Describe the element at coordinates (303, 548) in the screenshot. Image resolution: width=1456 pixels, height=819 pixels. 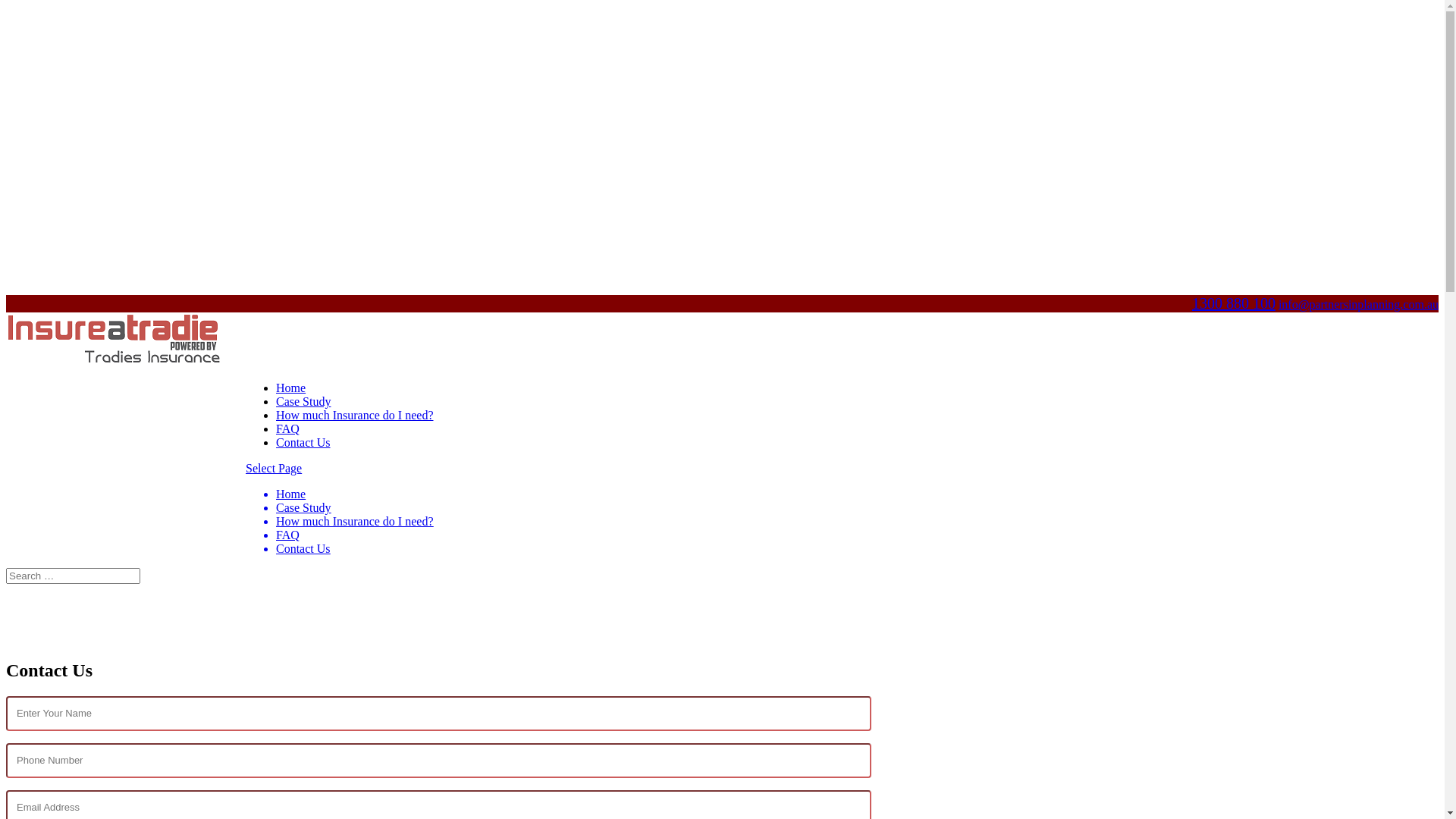
I see `'Contact Us'` at that location.